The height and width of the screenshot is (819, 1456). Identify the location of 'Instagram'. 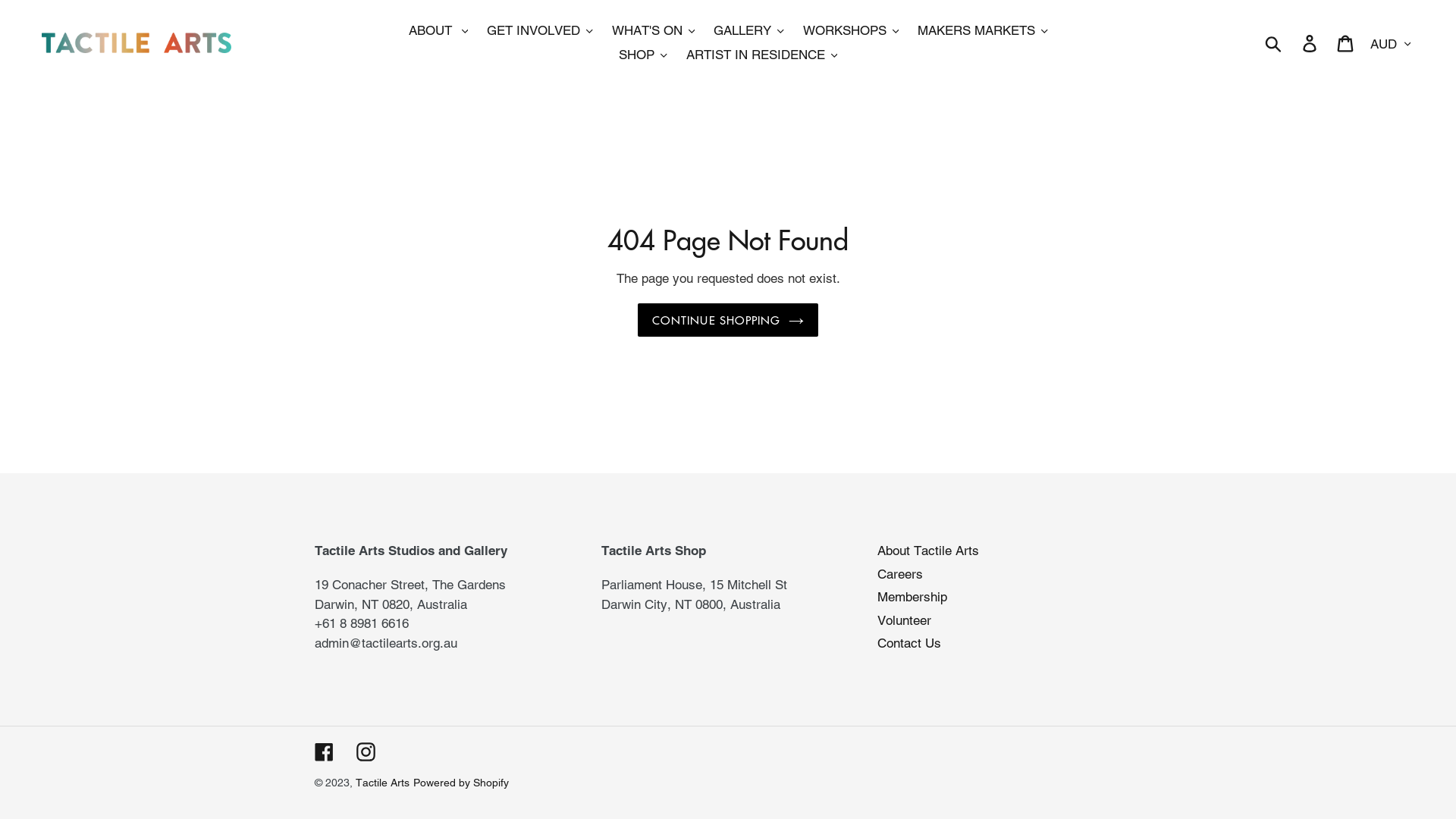
(366, 752).